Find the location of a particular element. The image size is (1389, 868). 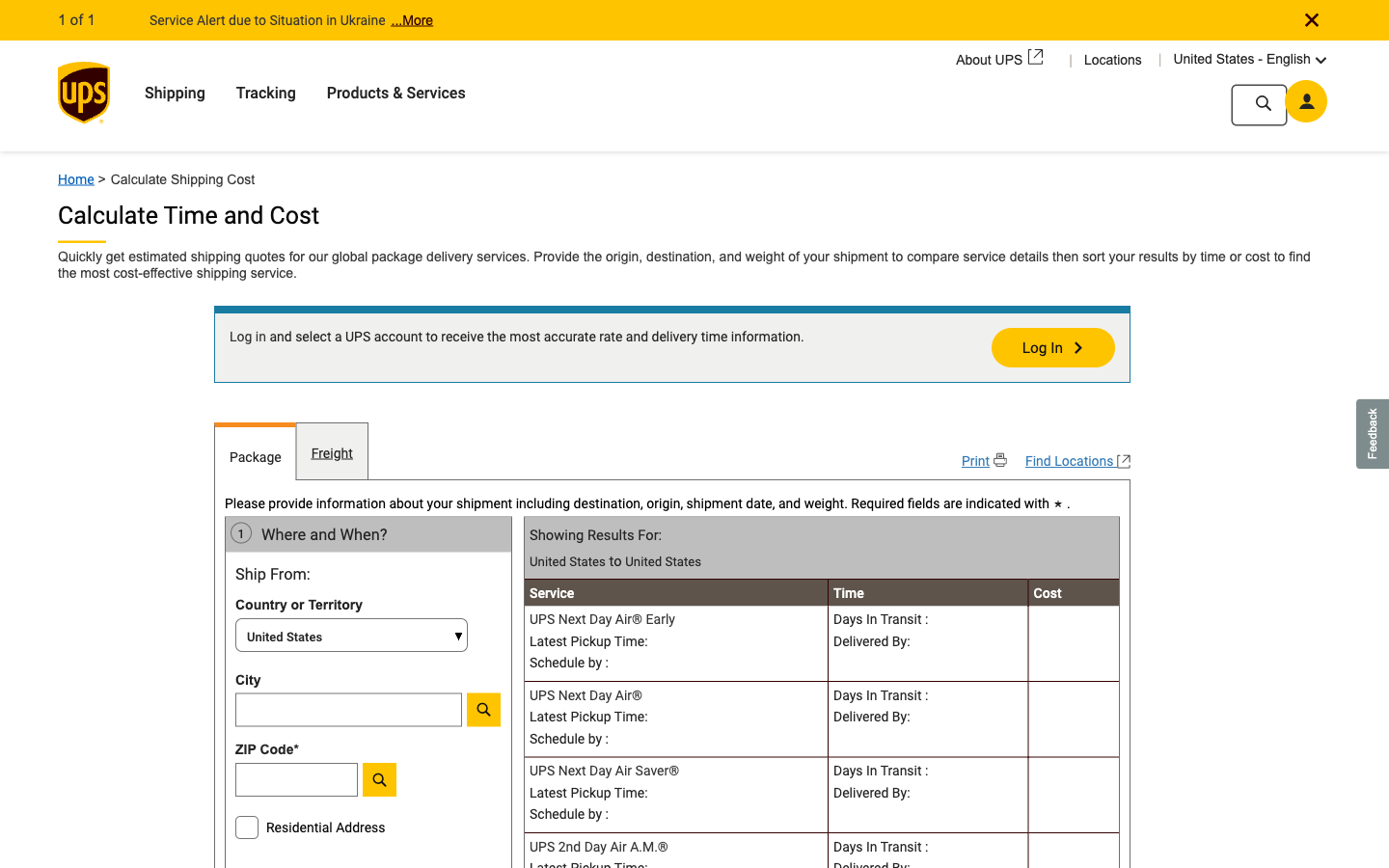

Duplicate the content from the "City" field is located at coordinates (350, 708).